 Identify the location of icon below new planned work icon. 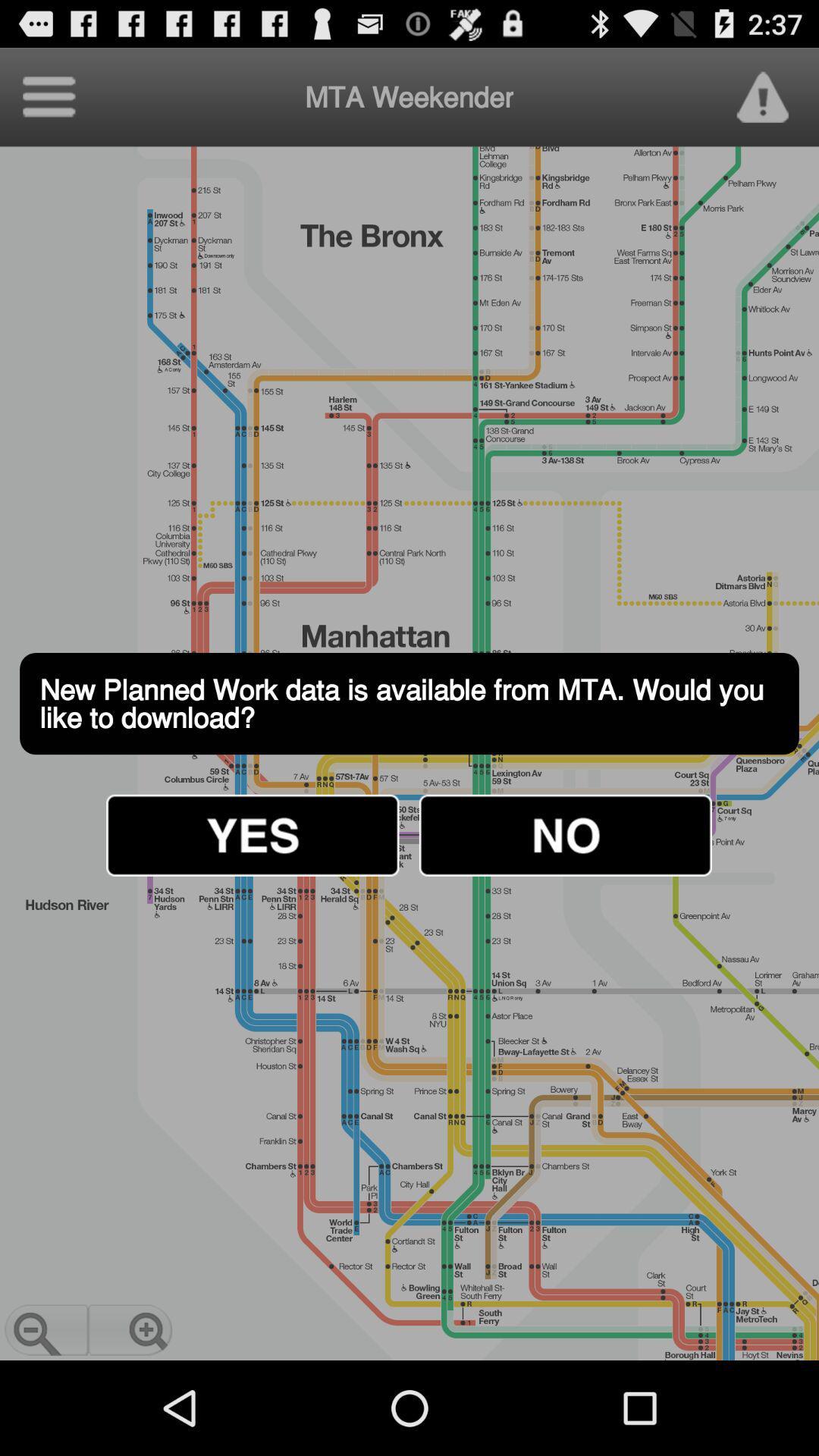
(252, 834).